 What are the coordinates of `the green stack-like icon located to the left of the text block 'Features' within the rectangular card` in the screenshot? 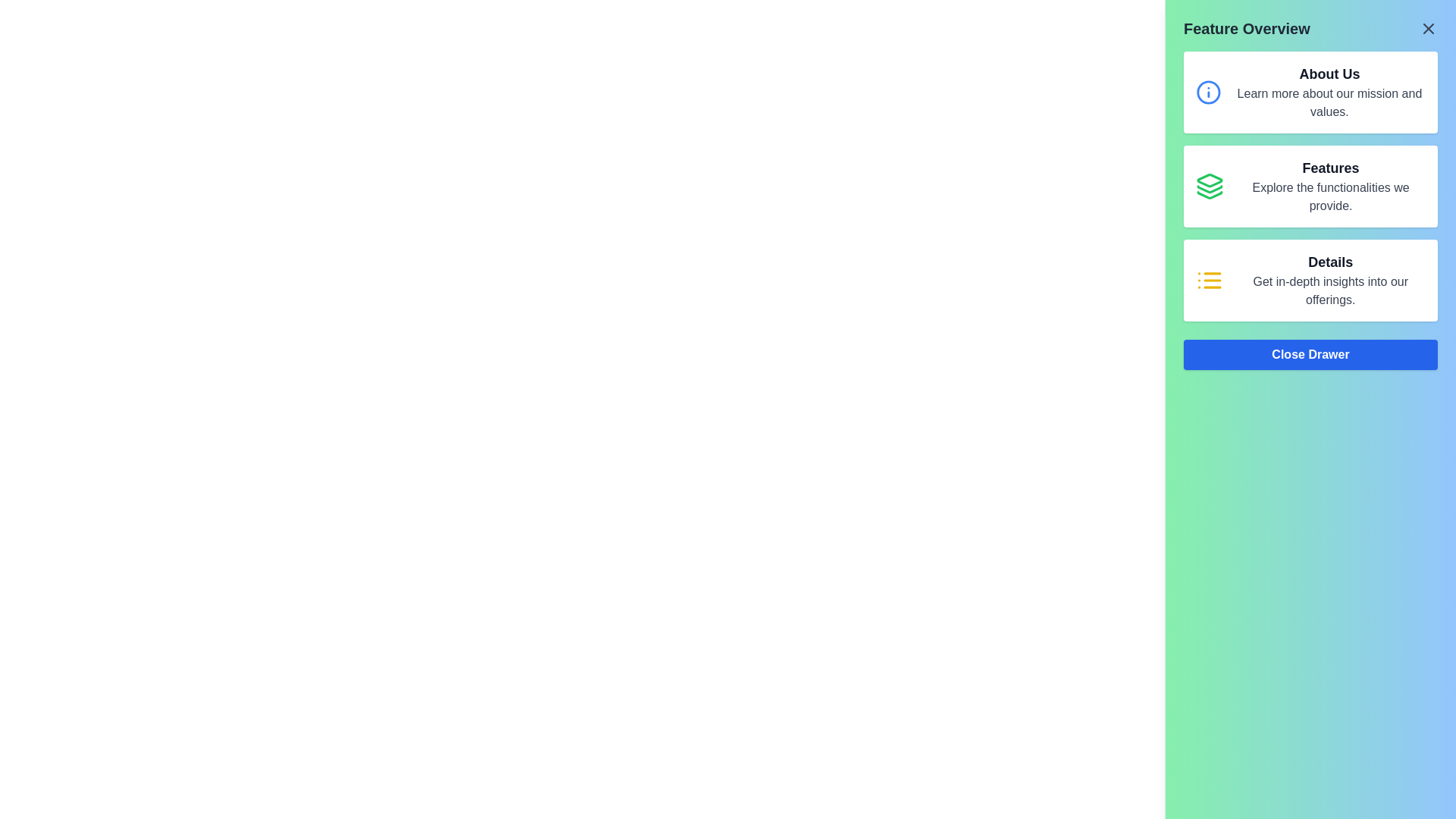 It's located at (1209, 186).